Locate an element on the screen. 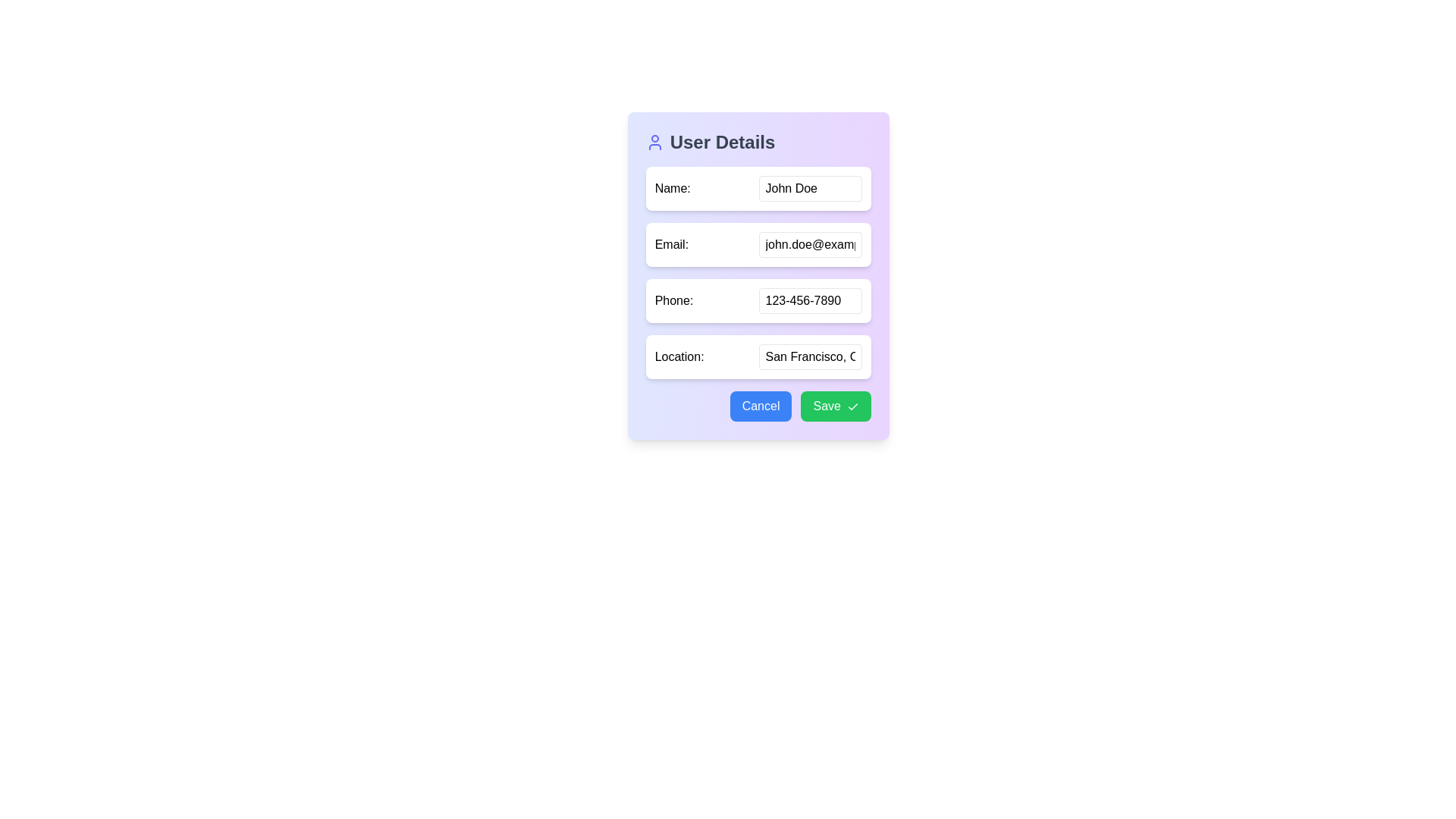  the Text input field for entering a name, which is pre-filled with 'John Doe' is located at coordinates (809, 188).